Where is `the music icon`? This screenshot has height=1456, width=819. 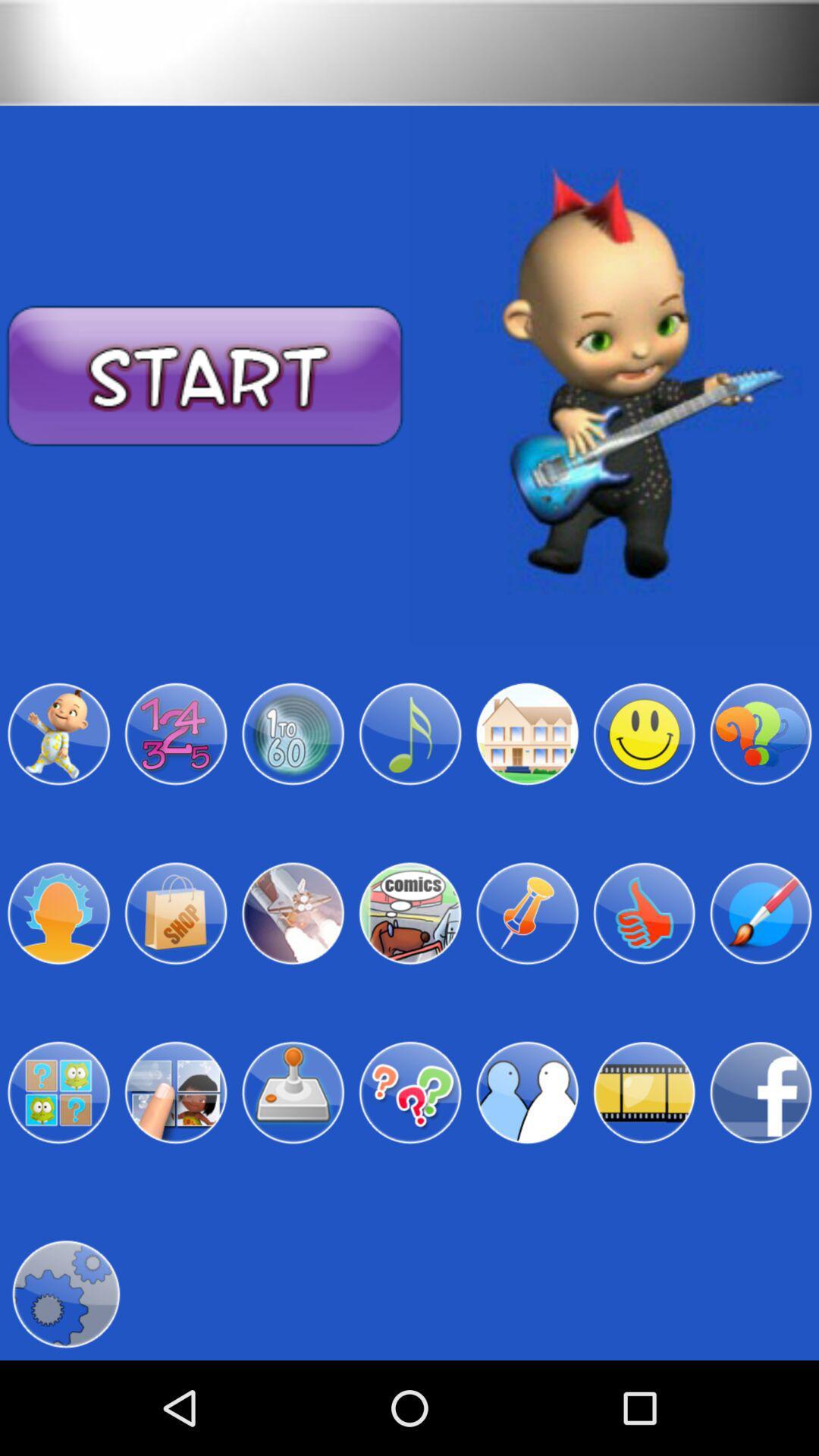
the music icon is located at coordinates (409, 786).